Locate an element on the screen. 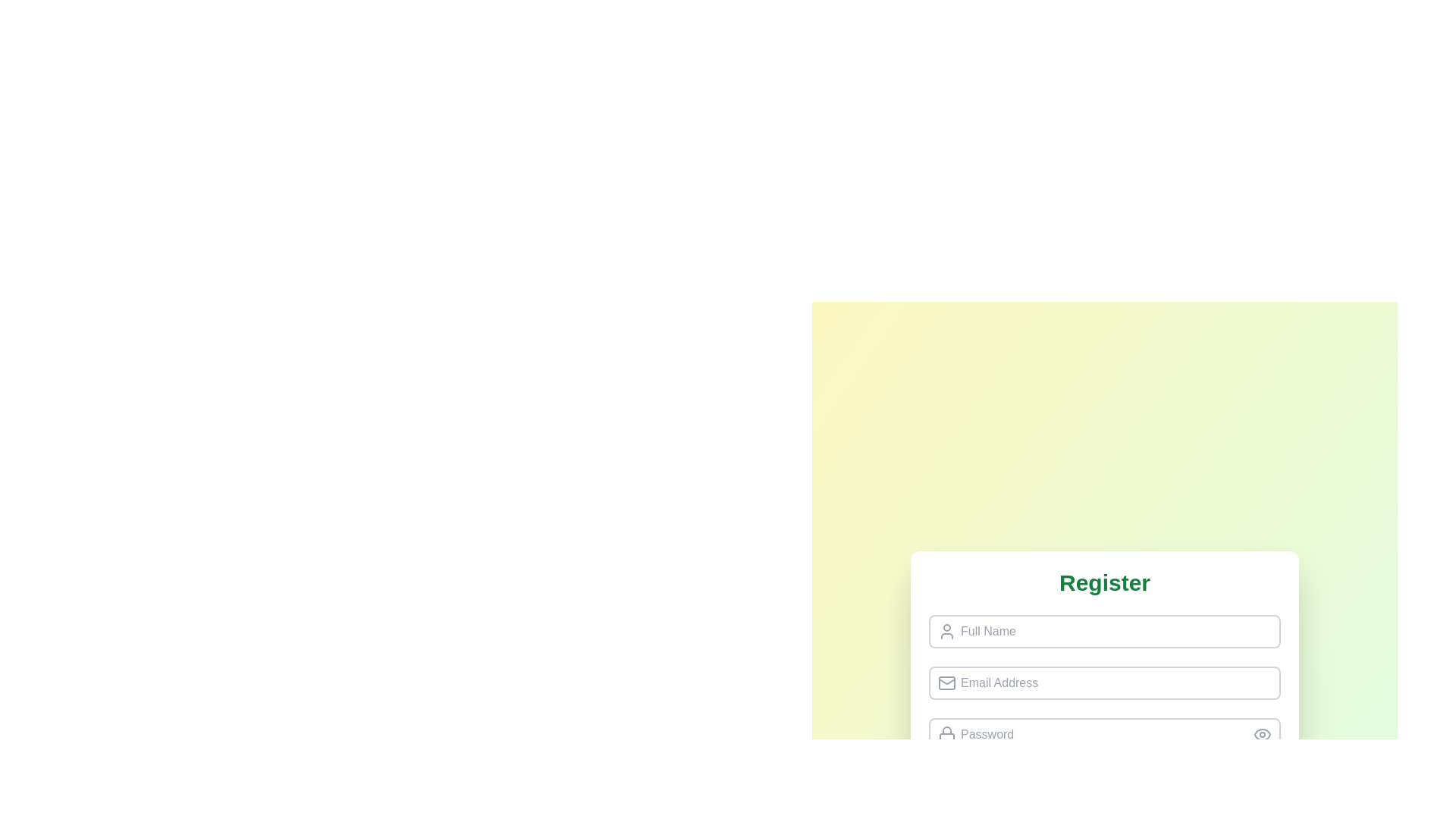 Image resolution: width=1456 pixels, height=819 pixels. the button with a gray circular background and an eye icon is located at coordinates (1263, 733).